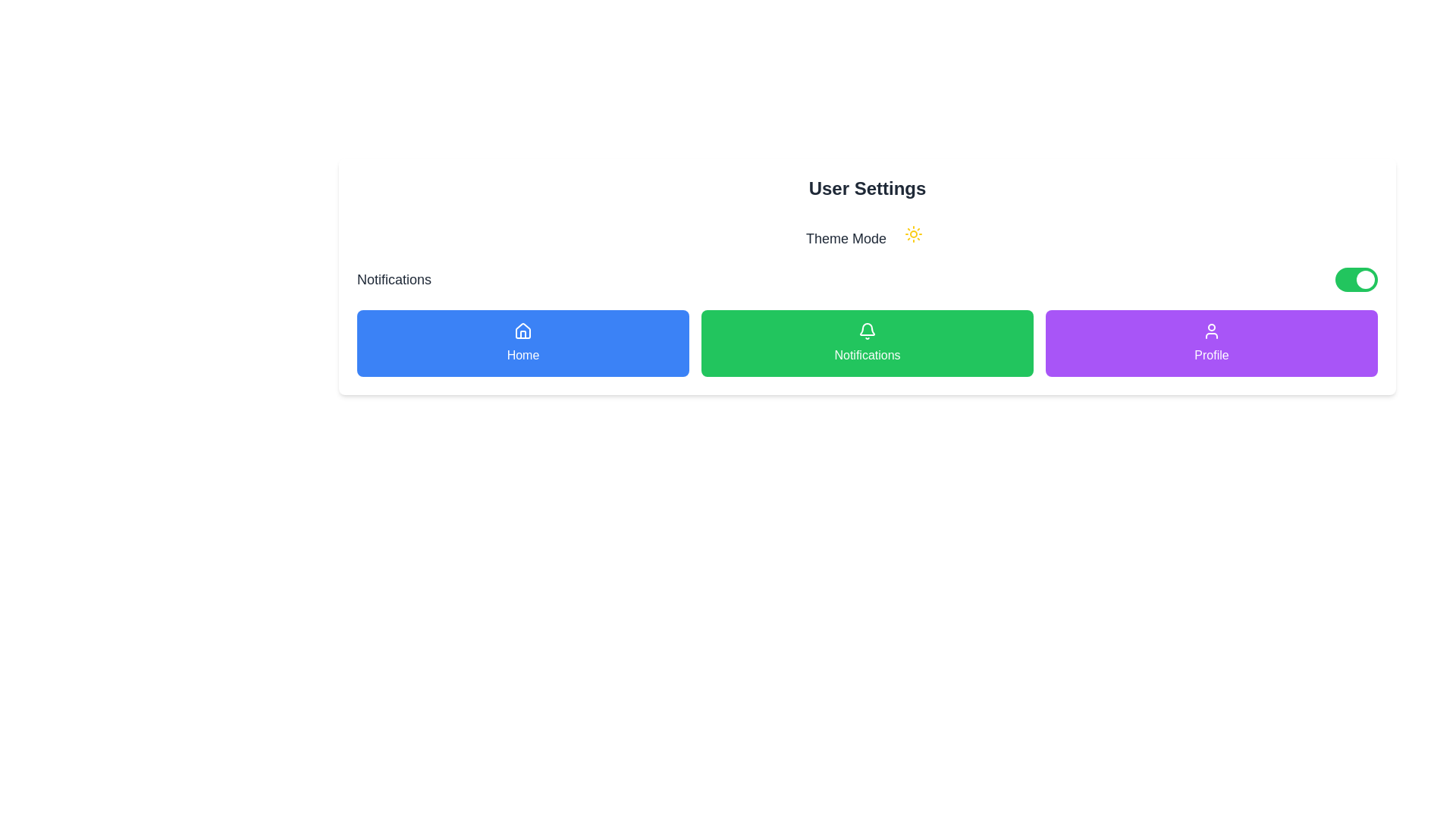 The width and height of the screenshot is (1456, 819). What do you see at coordinates (523, 343) in the screenshot?
I see `the 'Home' button, which is a rectangular button with a blue background and white text, located beneath the 'User Settings' section and to the left of the 'Notifications' button` at bounding box center [523, 343].